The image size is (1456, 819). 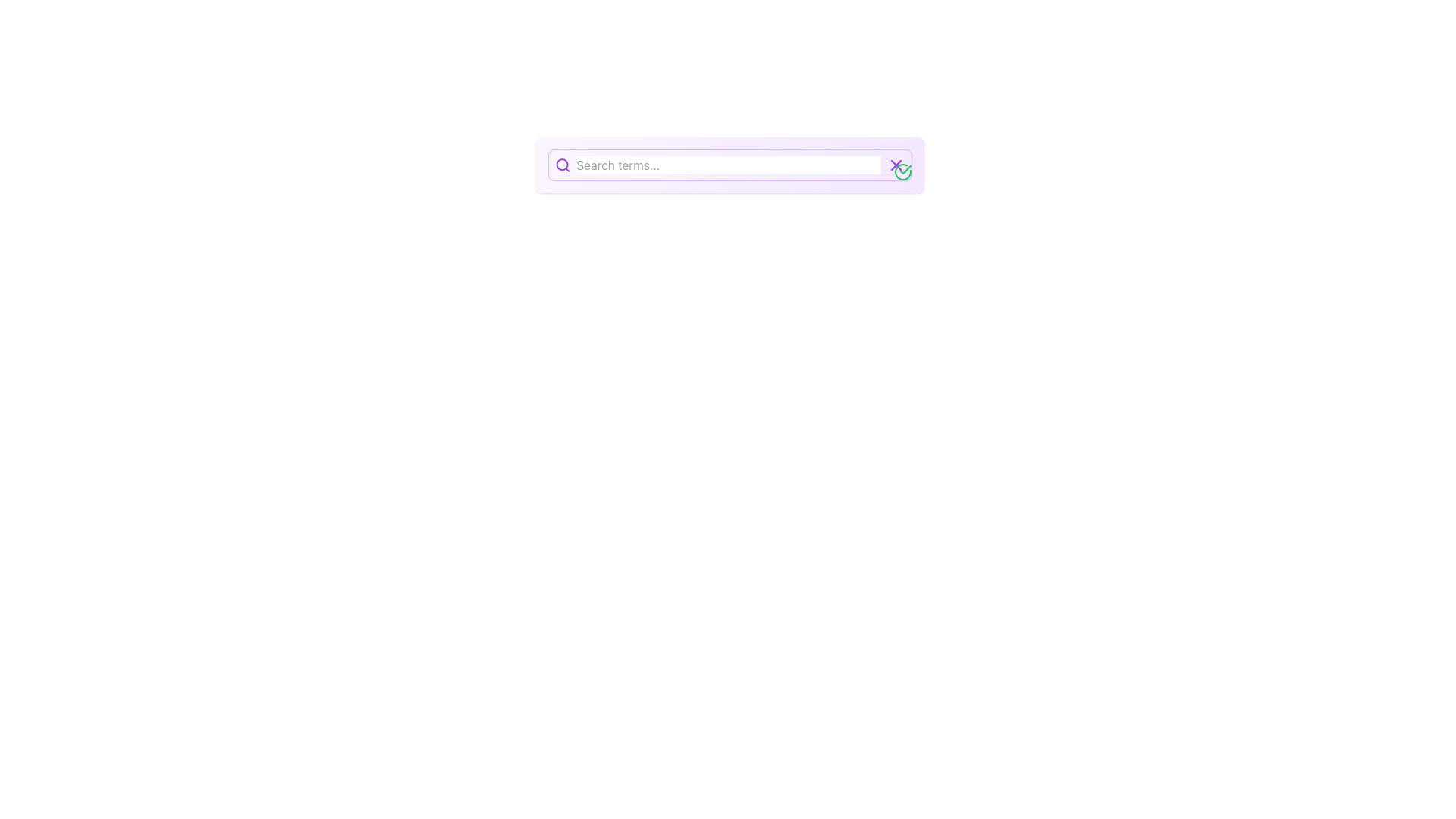 What do you see at coordinates (896, 165) in the screenshot?
I see `the cross ('X') icon element within the SVG icon, located at the far right-hand side of the search bar's input field` at bounding box center [896, 165].